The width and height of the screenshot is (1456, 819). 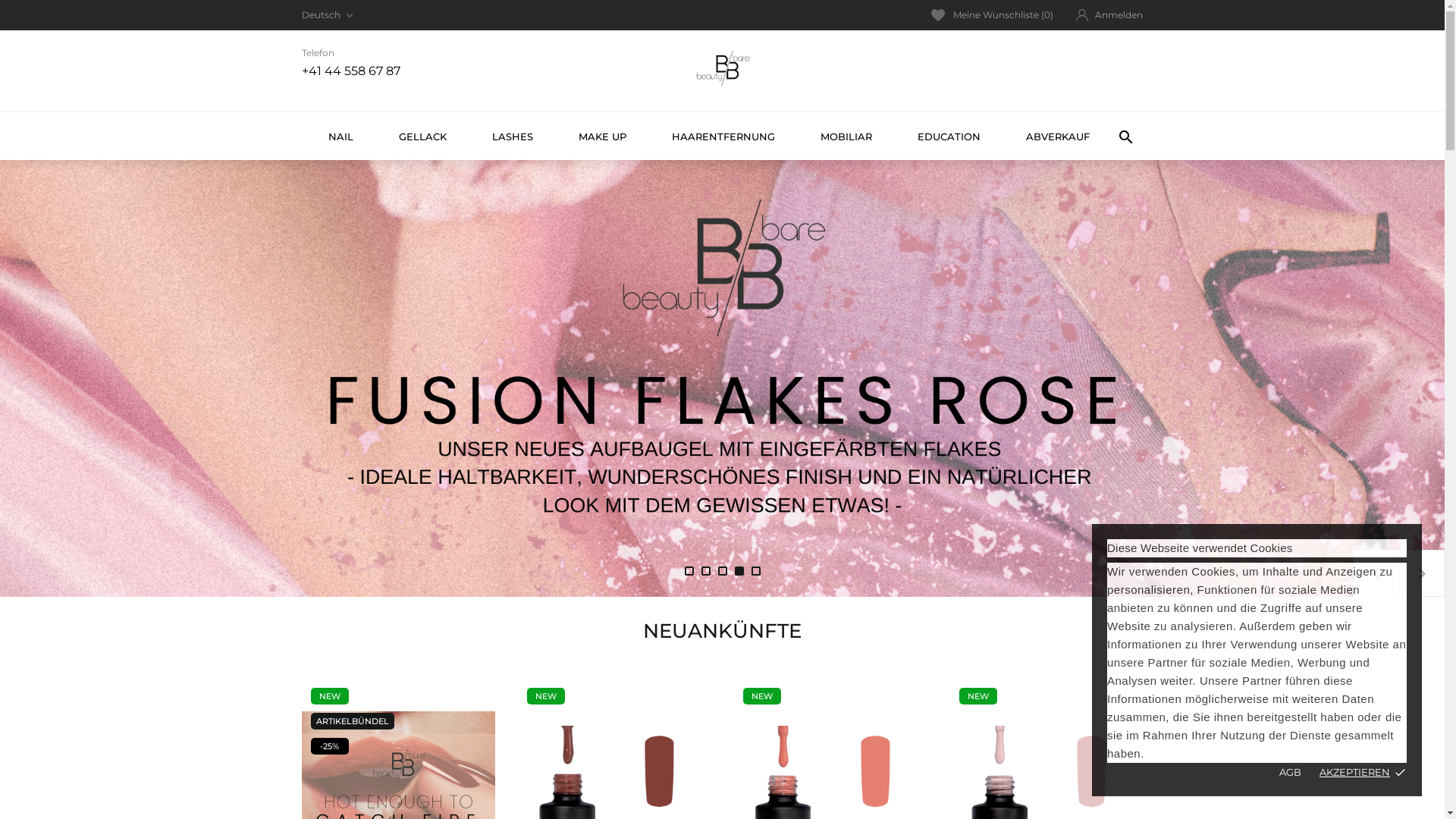 I want to click on 'ABVERKAUF', so click(x=1056, y=135).